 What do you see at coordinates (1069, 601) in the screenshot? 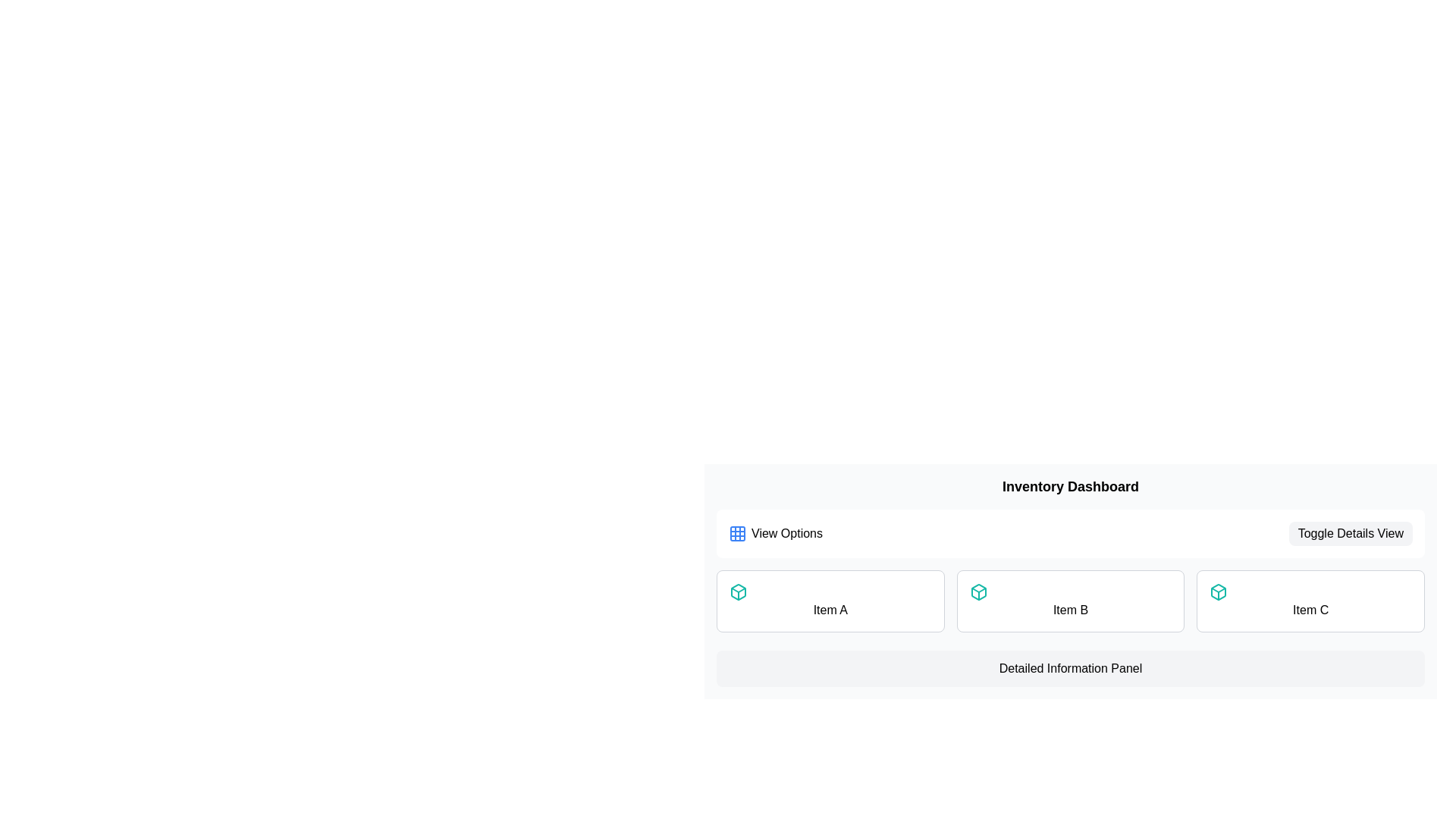
I see `'Item B' in the central group of labeled items with icons on the Inventory Dashboard` at bounding box center [1069, 601].